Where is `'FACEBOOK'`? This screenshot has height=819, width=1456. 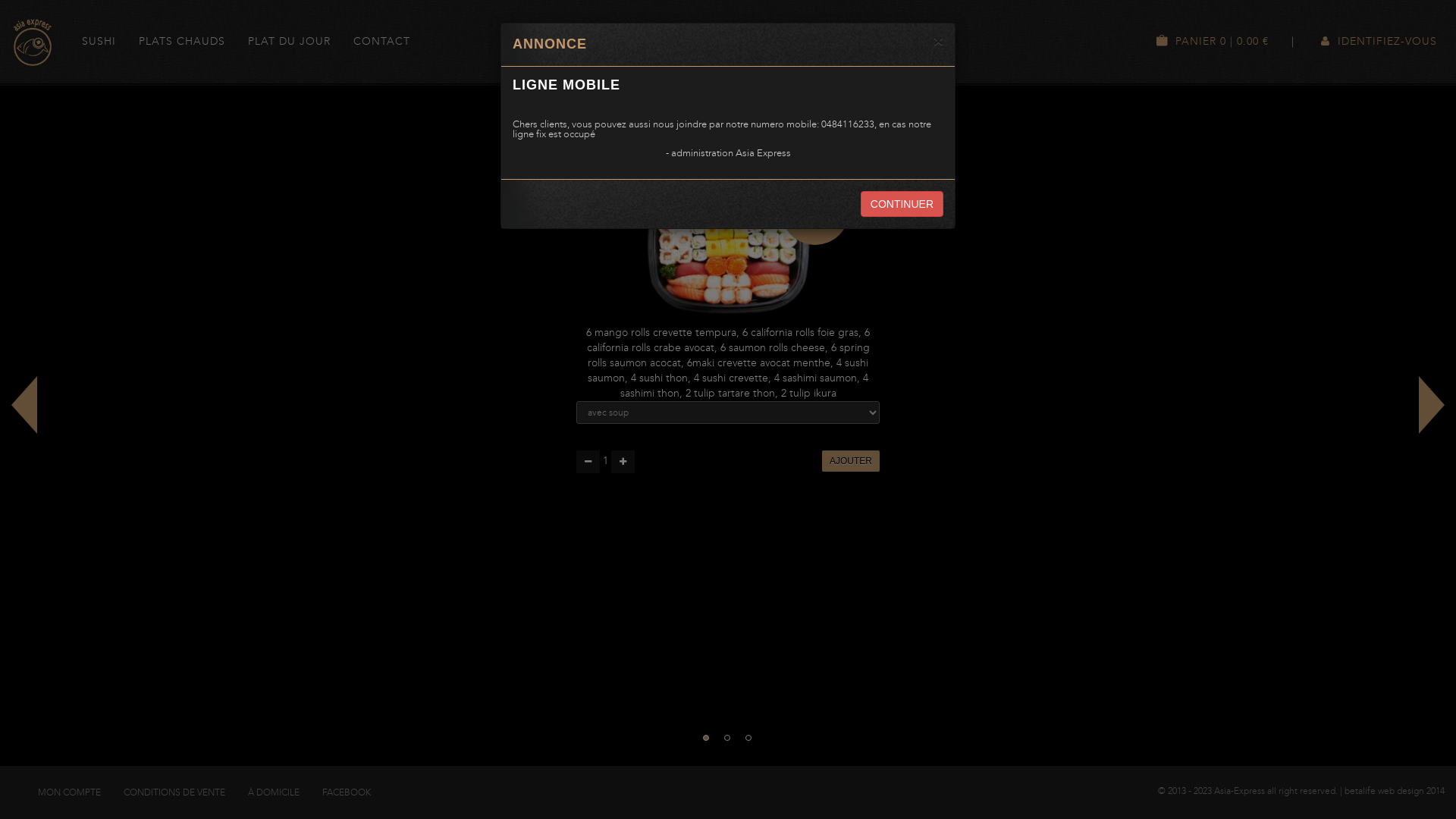
'FACEBOOK' is located at coordinates (345, 792).